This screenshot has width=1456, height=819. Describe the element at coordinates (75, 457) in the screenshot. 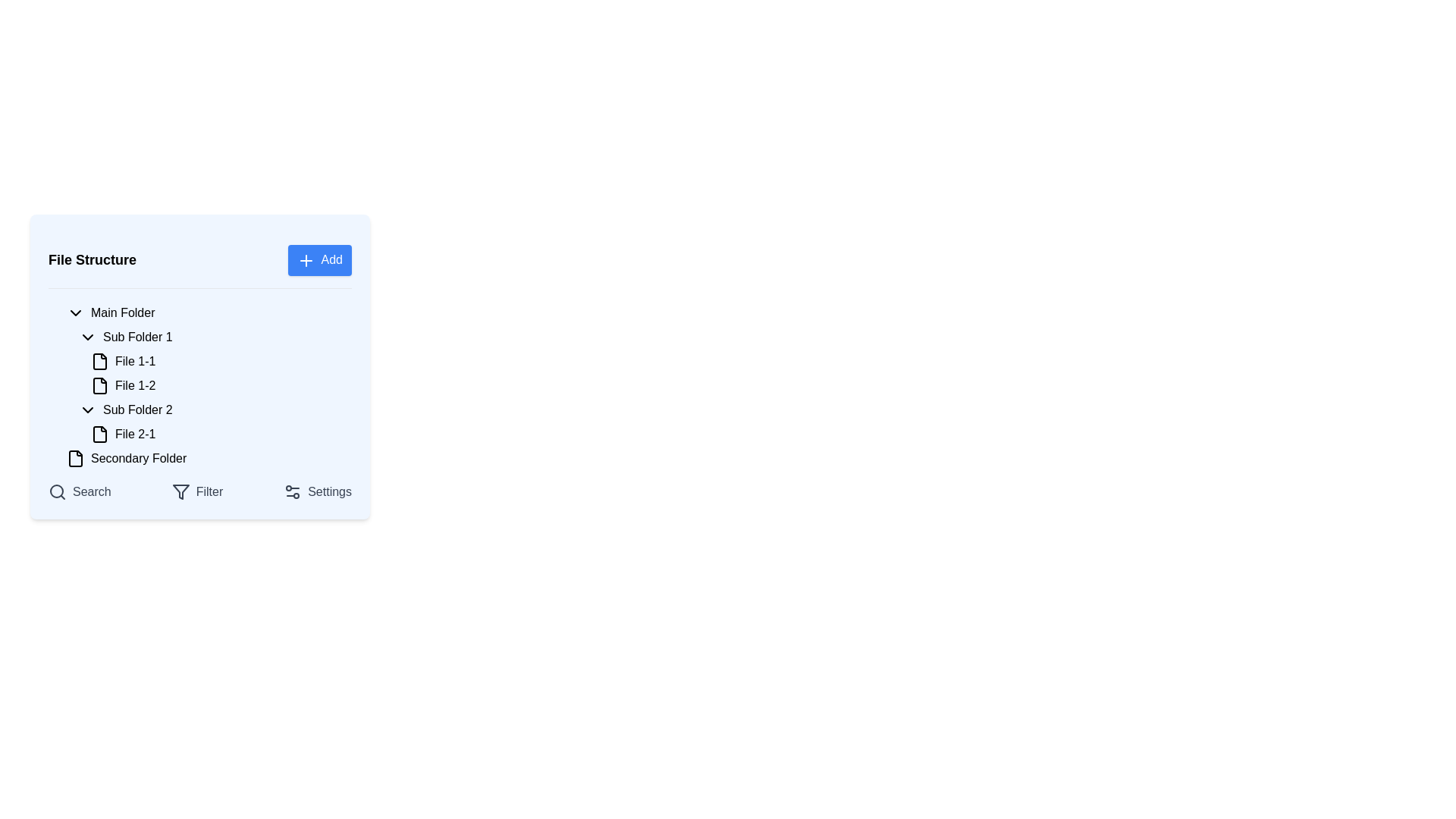

I see `the rectangular icon resembling a simplified file representation, located directly to the left of the label 'Secondary Folder' in the 'File Structure' section` at that location.